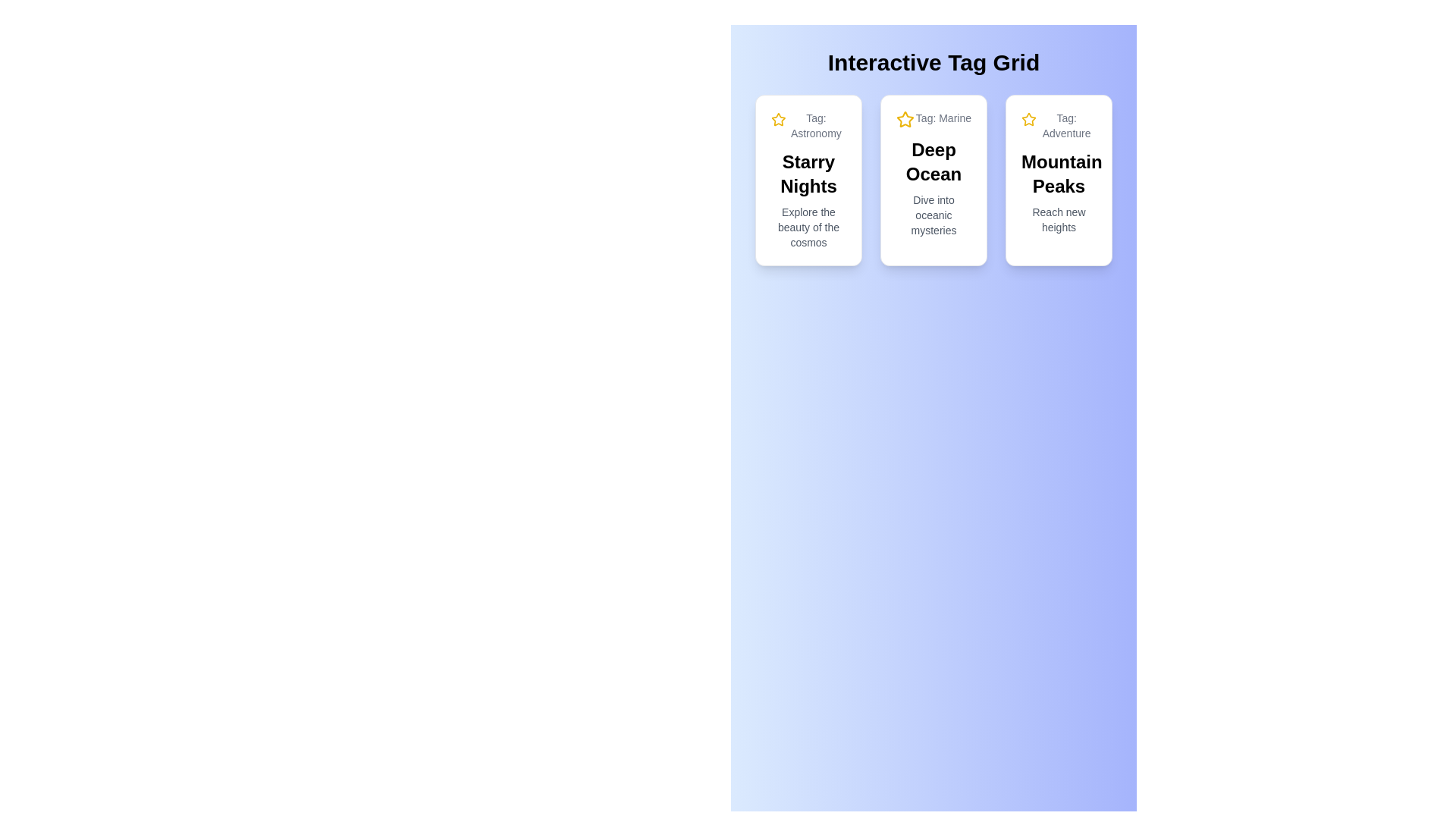  I want to click on the star icon that indicates the 'Adventure' tag, located on the left side of the text 'Tag: Adventure' in the top portion of the rightmost card in a horizontally arranged grid of three cards, so click(1029, 119).